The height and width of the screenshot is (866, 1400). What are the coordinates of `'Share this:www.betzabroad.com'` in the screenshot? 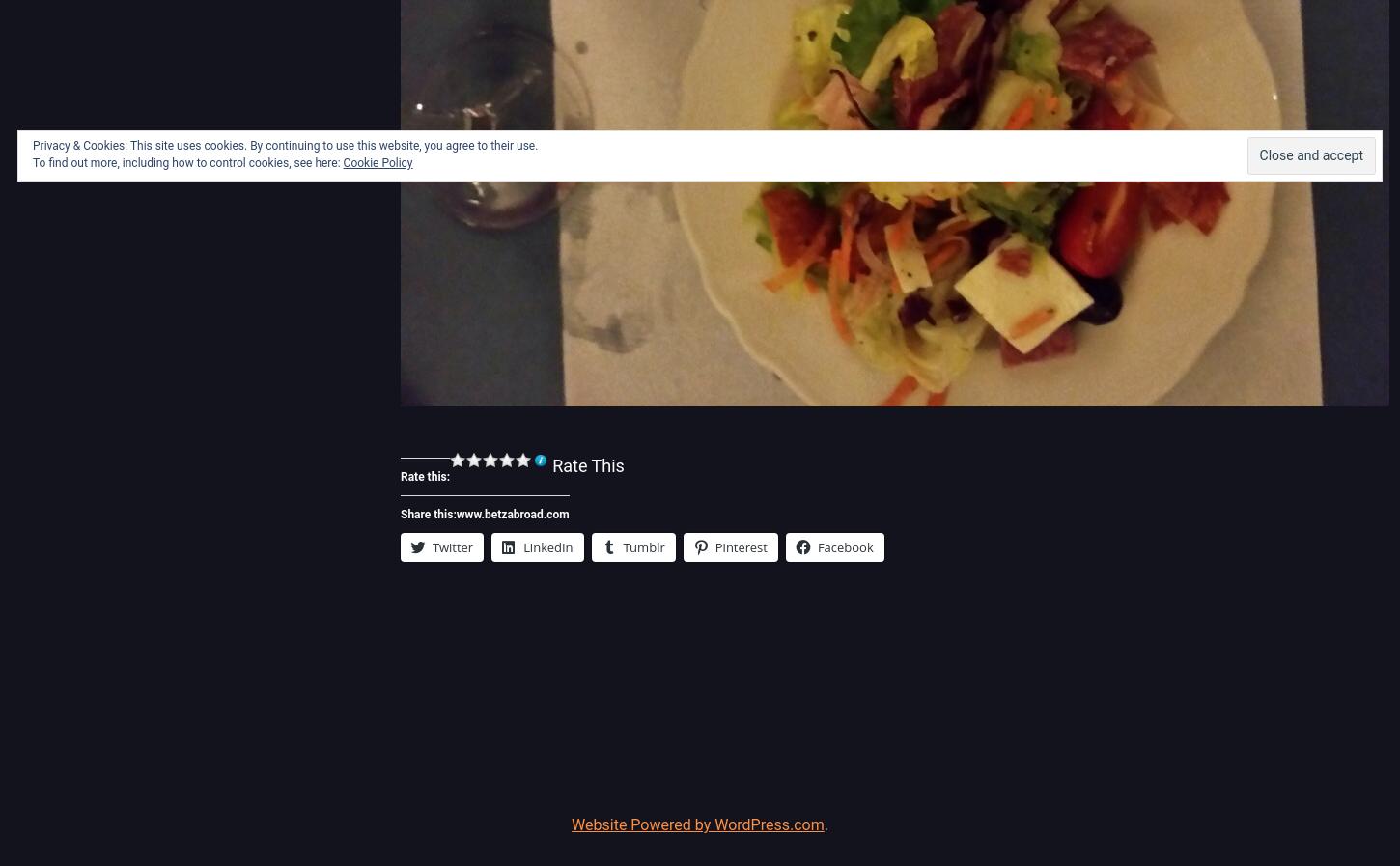 It's located at (484, 514).